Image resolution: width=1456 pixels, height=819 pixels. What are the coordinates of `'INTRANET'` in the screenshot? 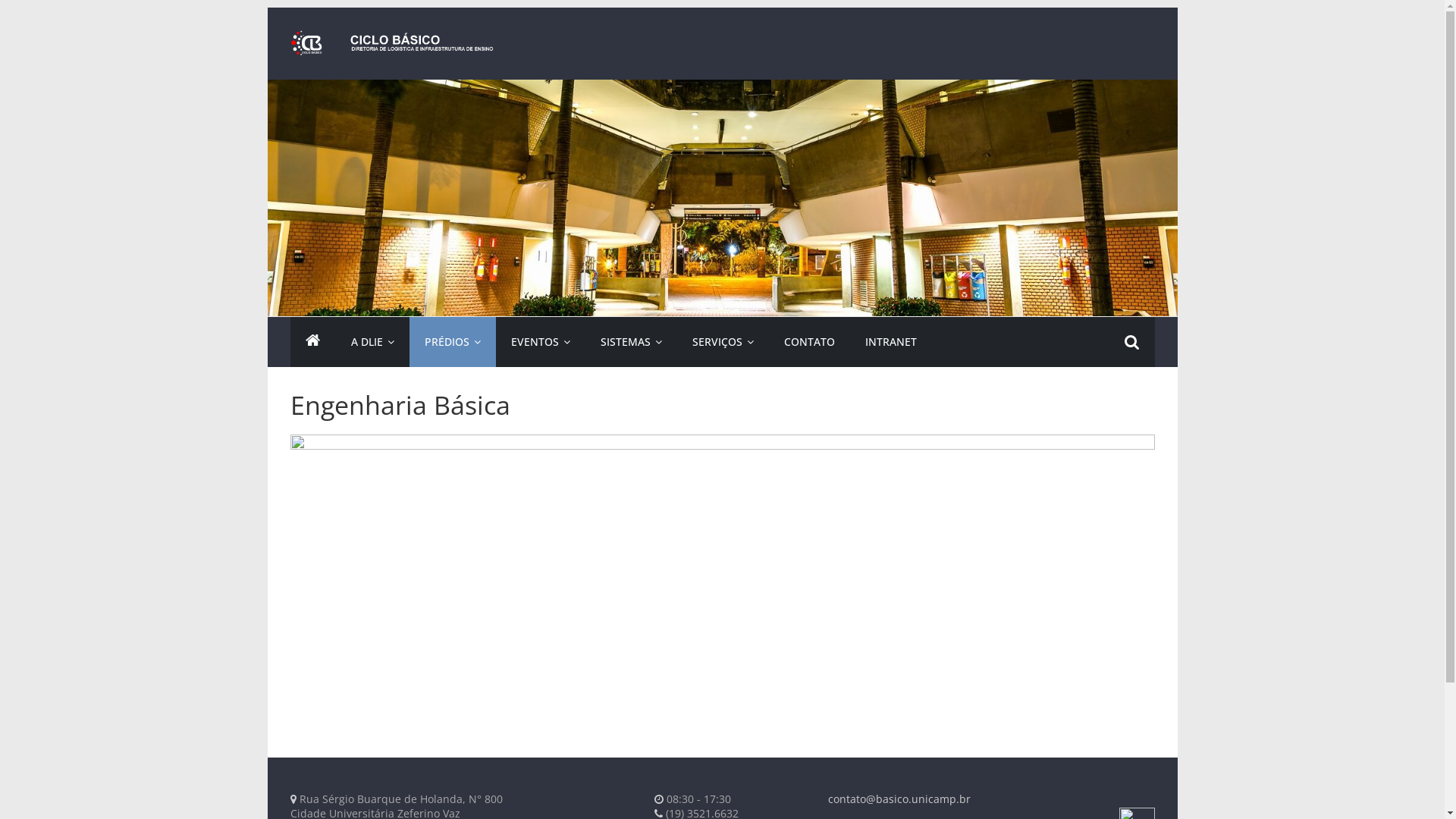 It's located at (890, 342).